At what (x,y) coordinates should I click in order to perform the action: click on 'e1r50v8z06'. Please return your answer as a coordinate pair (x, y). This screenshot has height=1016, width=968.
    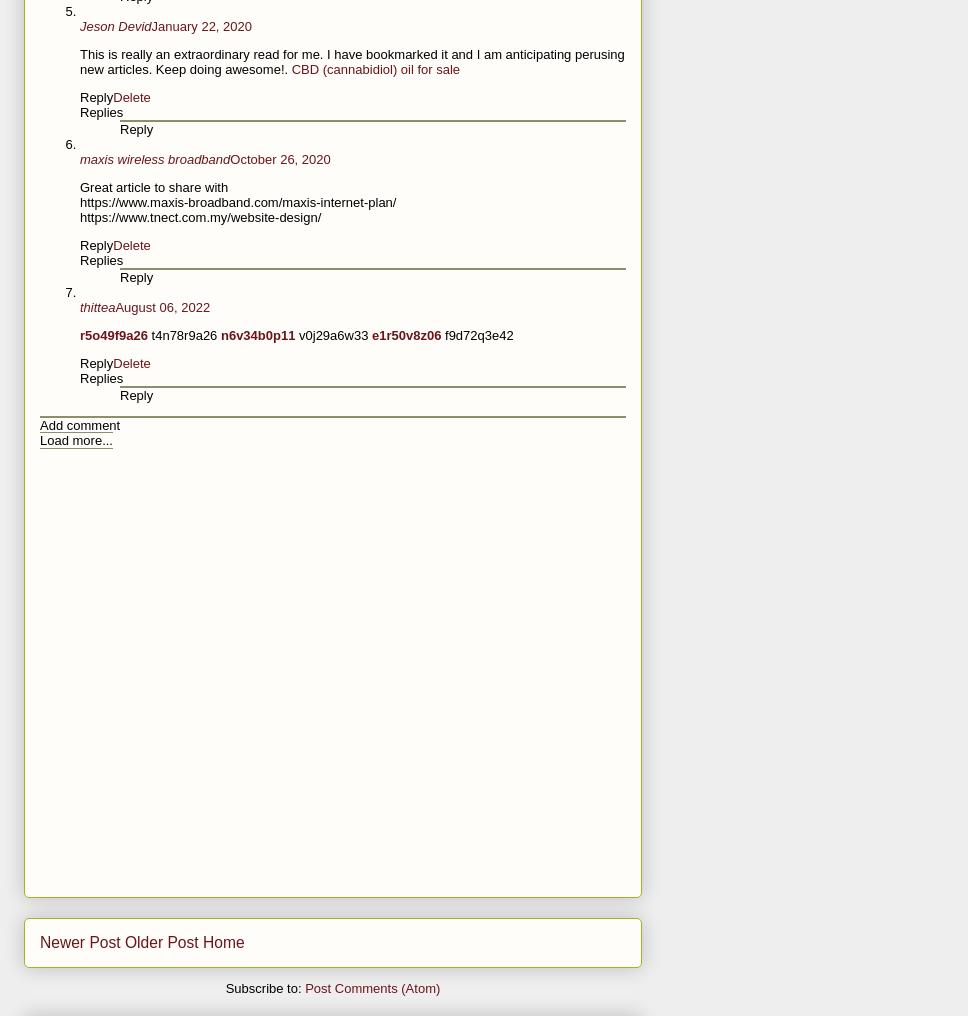
    Looking at the image, I should click on (408, 335).